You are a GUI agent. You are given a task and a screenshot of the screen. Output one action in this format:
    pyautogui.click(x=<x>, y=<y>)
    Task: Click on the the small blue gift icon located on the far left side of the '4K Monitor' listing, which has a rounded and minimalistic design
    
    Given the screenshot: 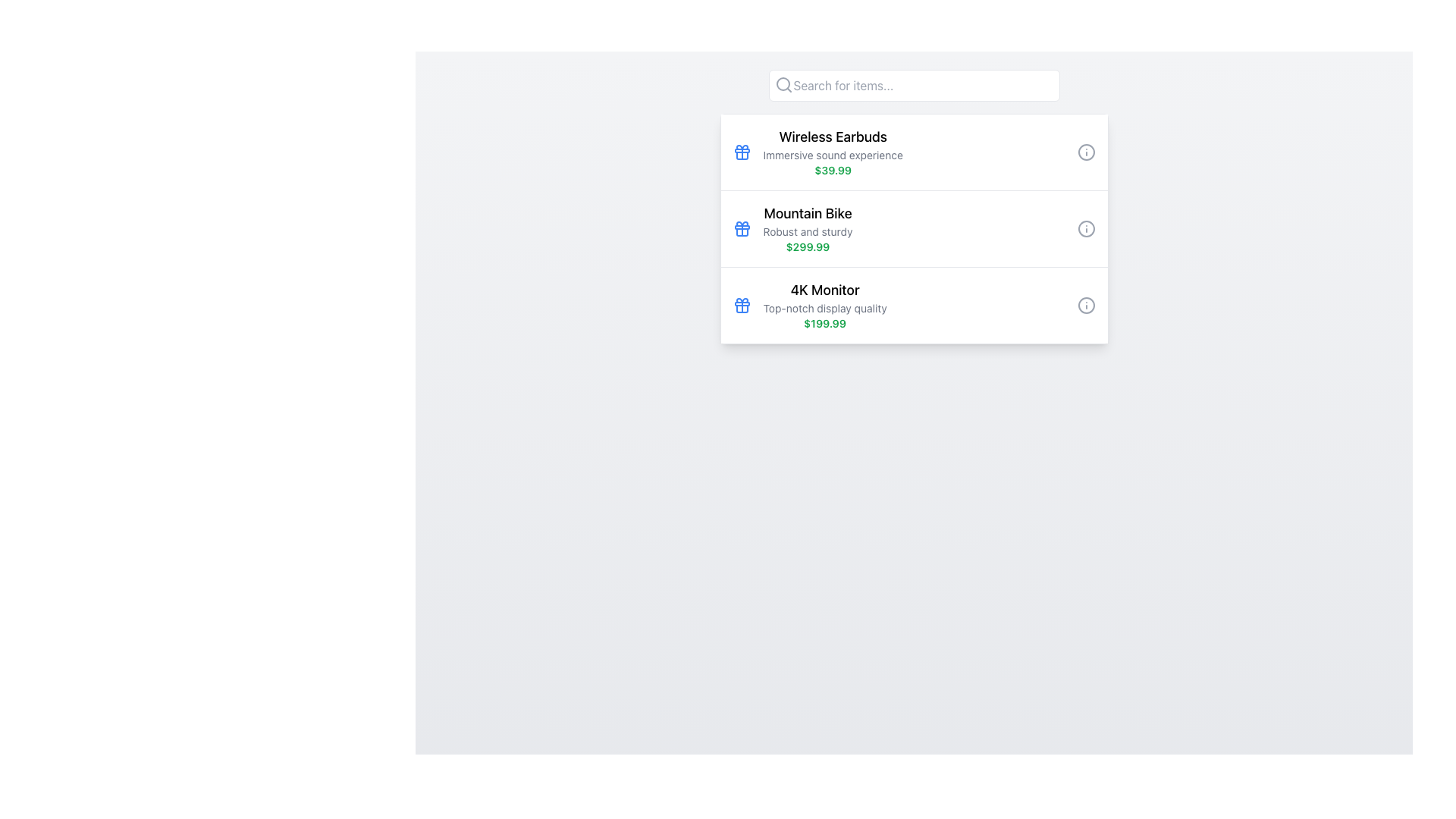 What is the action you would take?
    pyautogui.click(x=742, y=305)
    